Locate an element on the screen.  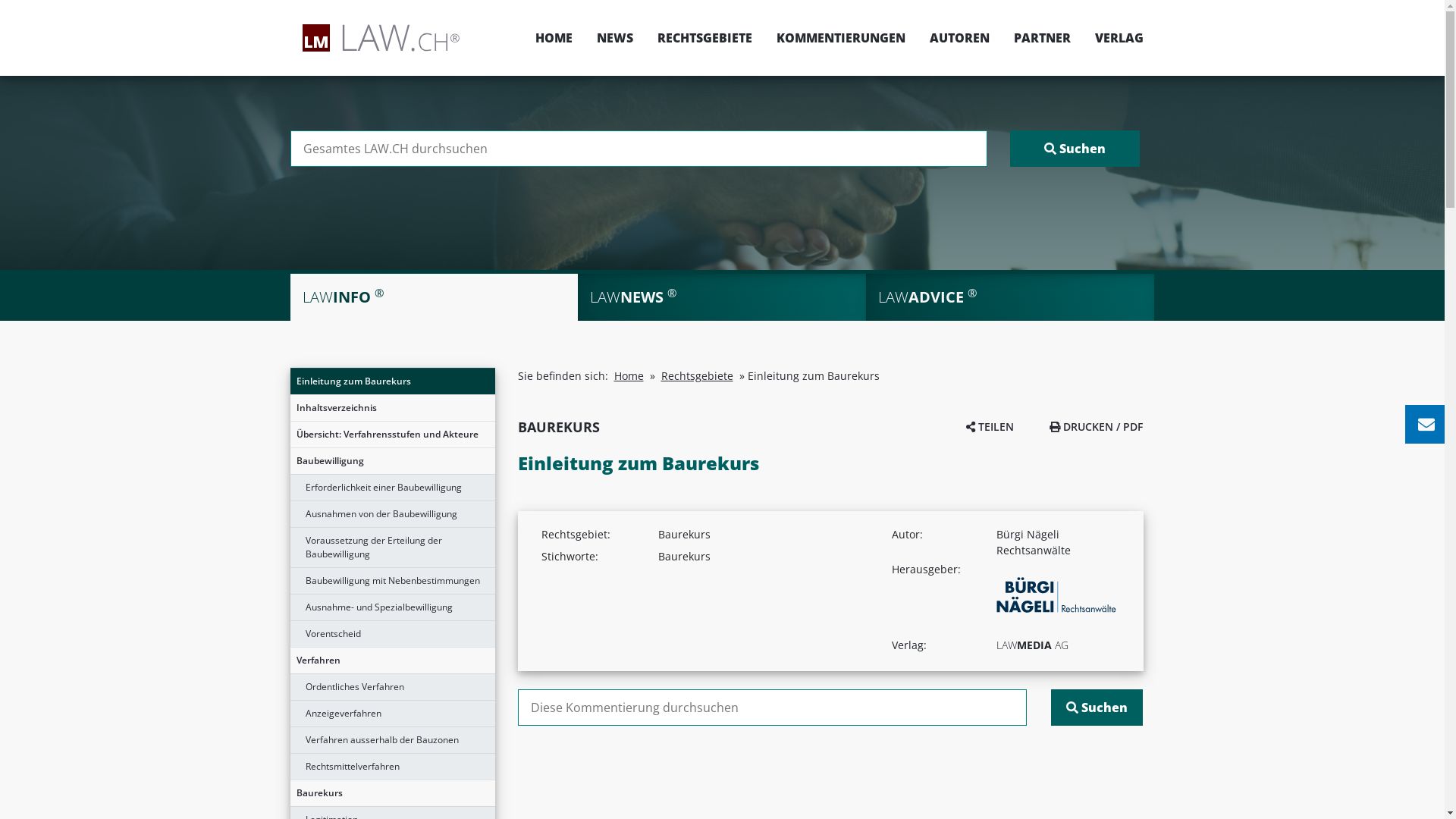
'Baurekurs' is located at coordinates (290, 792).